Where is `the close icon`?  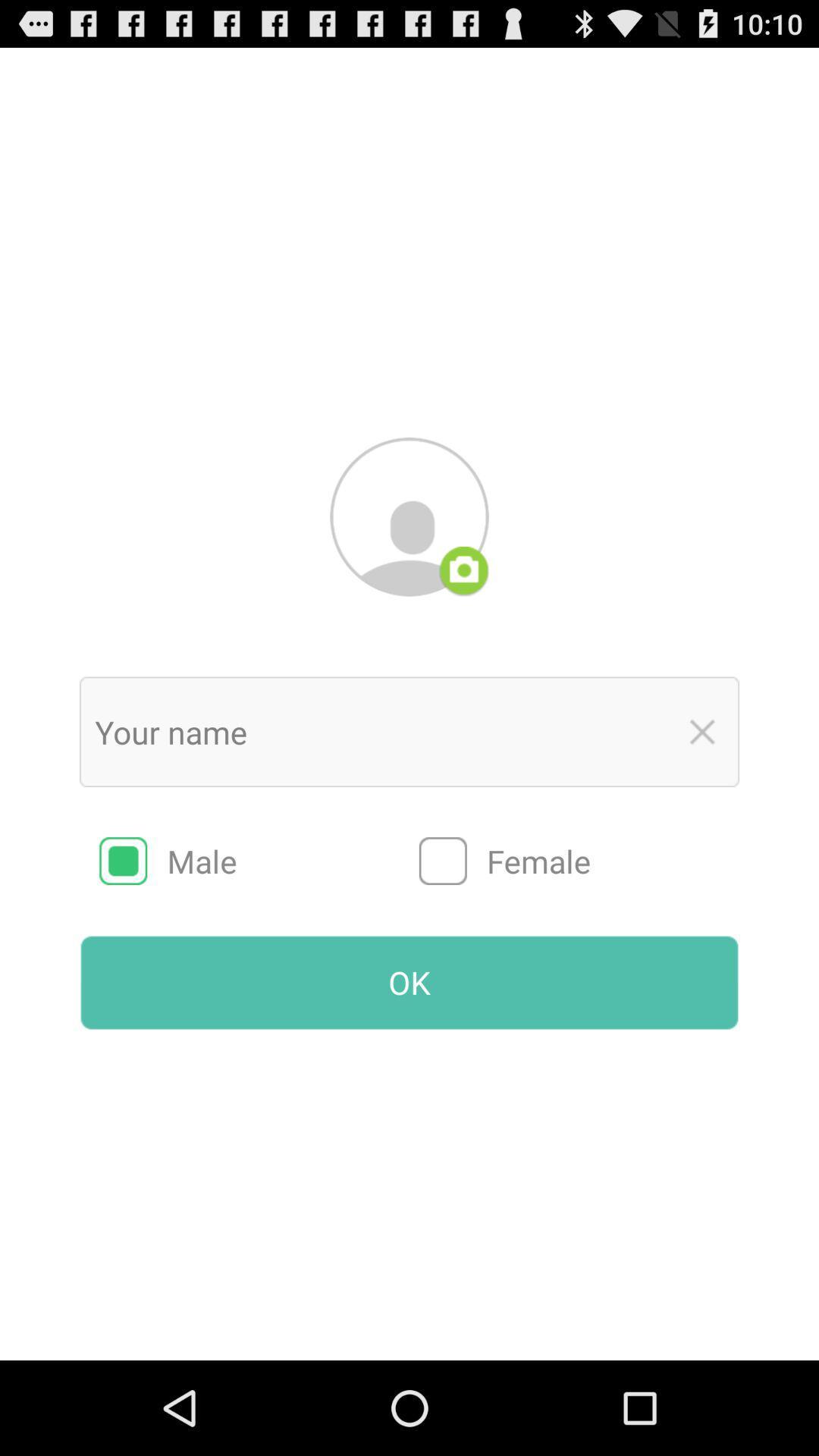 the close icon is located at coordinates (702, 783).